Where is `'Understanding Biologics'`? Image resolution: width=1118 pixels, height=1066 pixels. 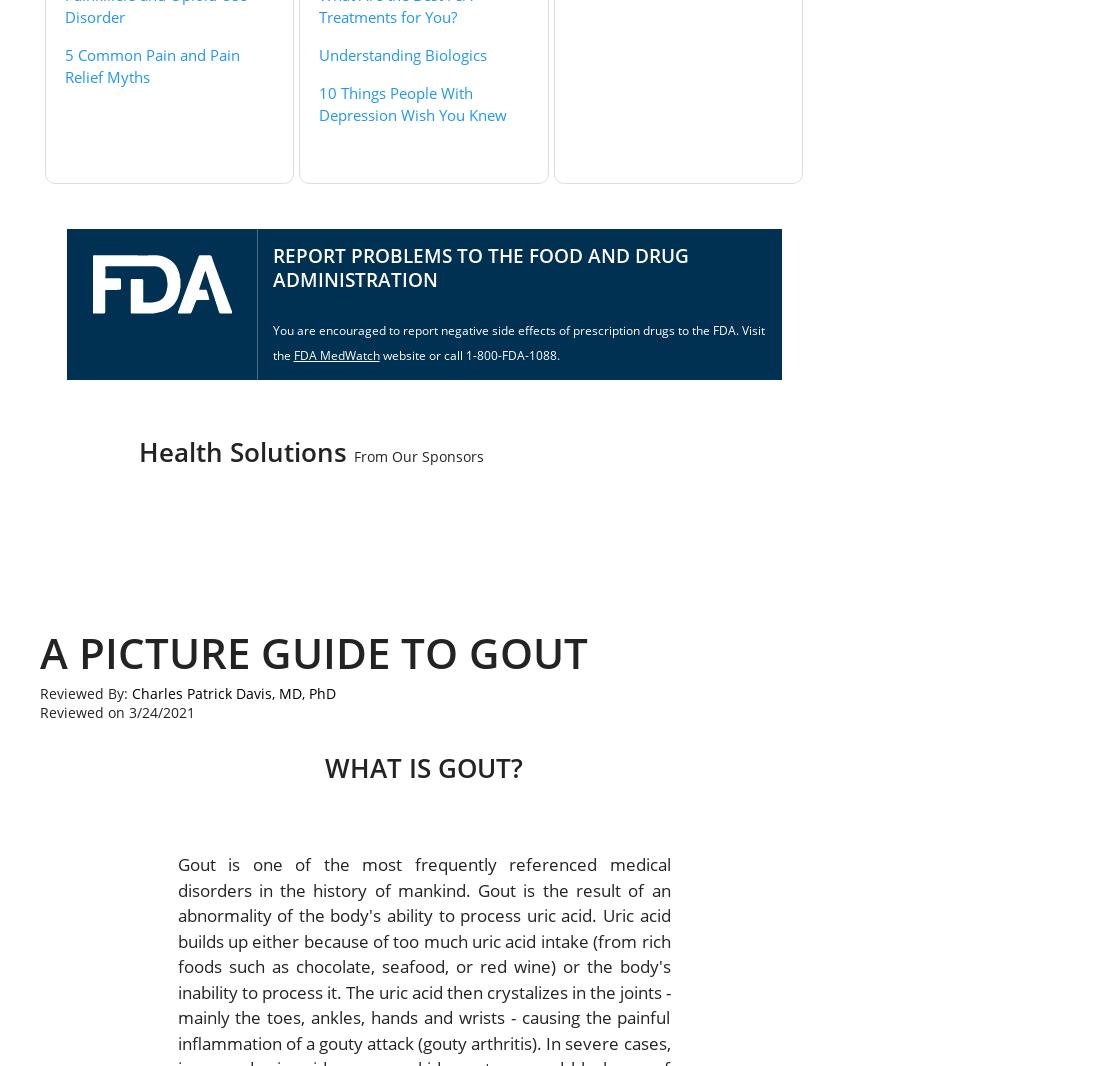
'Understanding Biologics' is located at coordinates (402, 53).